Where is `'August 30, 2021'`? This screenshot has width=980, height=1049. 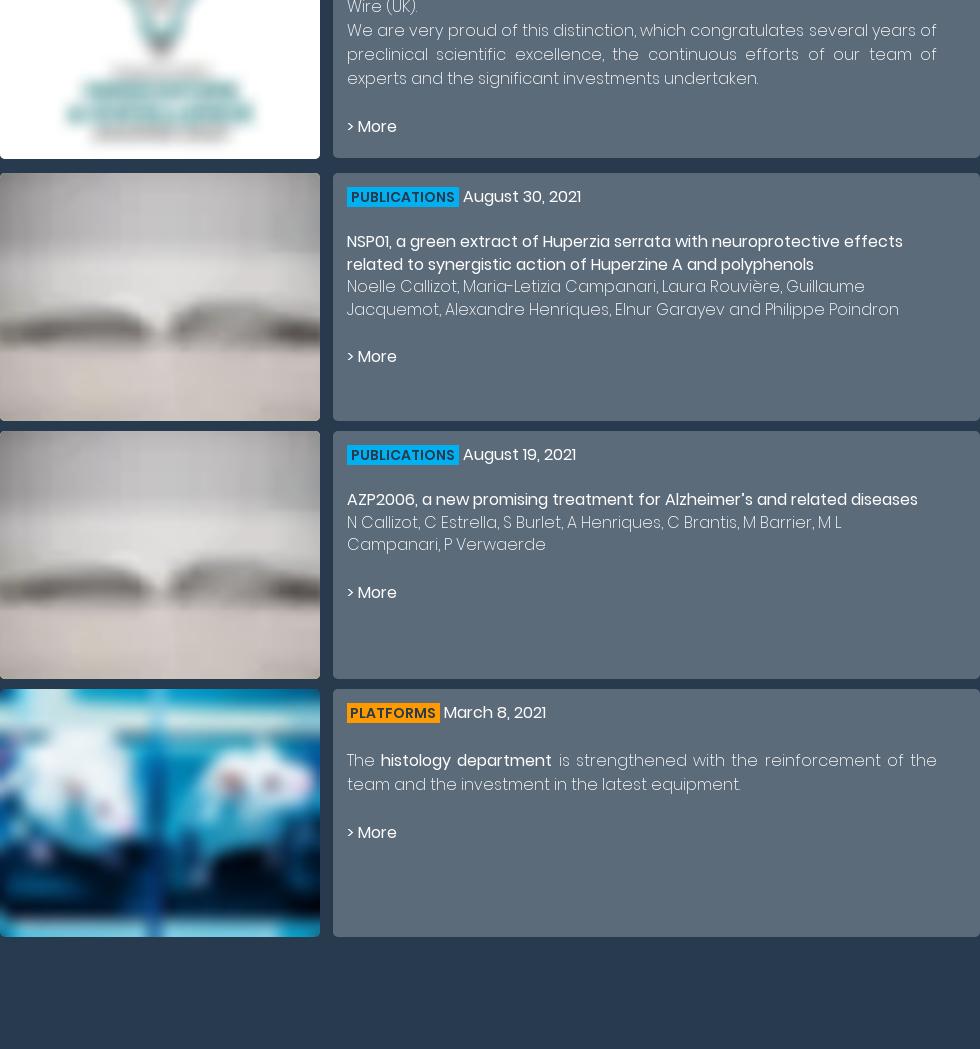 'August 30, 2021' is located at coordinates (519, 195).